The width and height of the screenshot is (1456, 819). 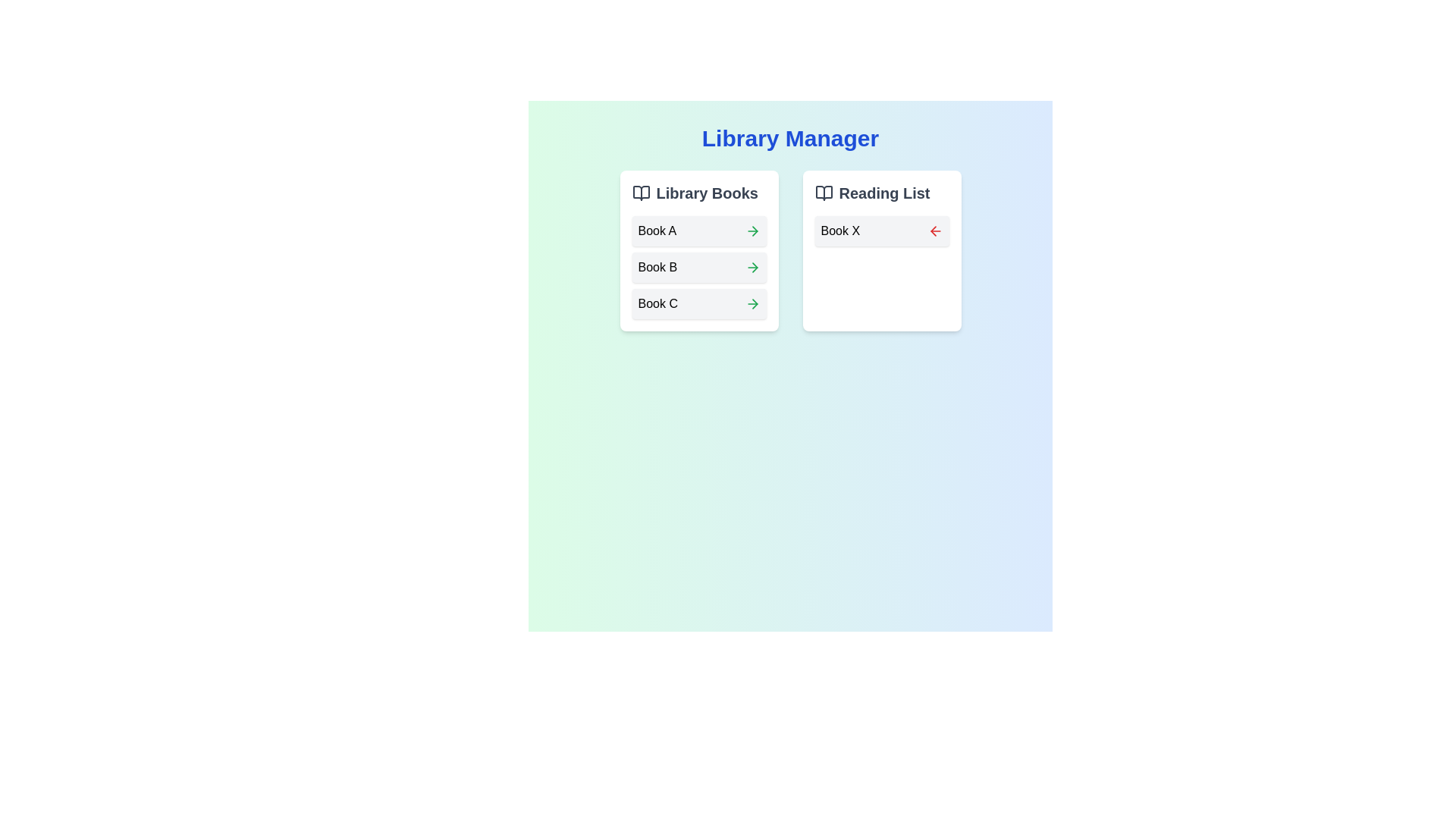 What do you see at coordinates (657, 231) in the screenshot?
I see `the text label that identifies a book item in the 'Library Books' section, positioned above 'Book B' and 'Book C'` at bounding box center [657, 231].